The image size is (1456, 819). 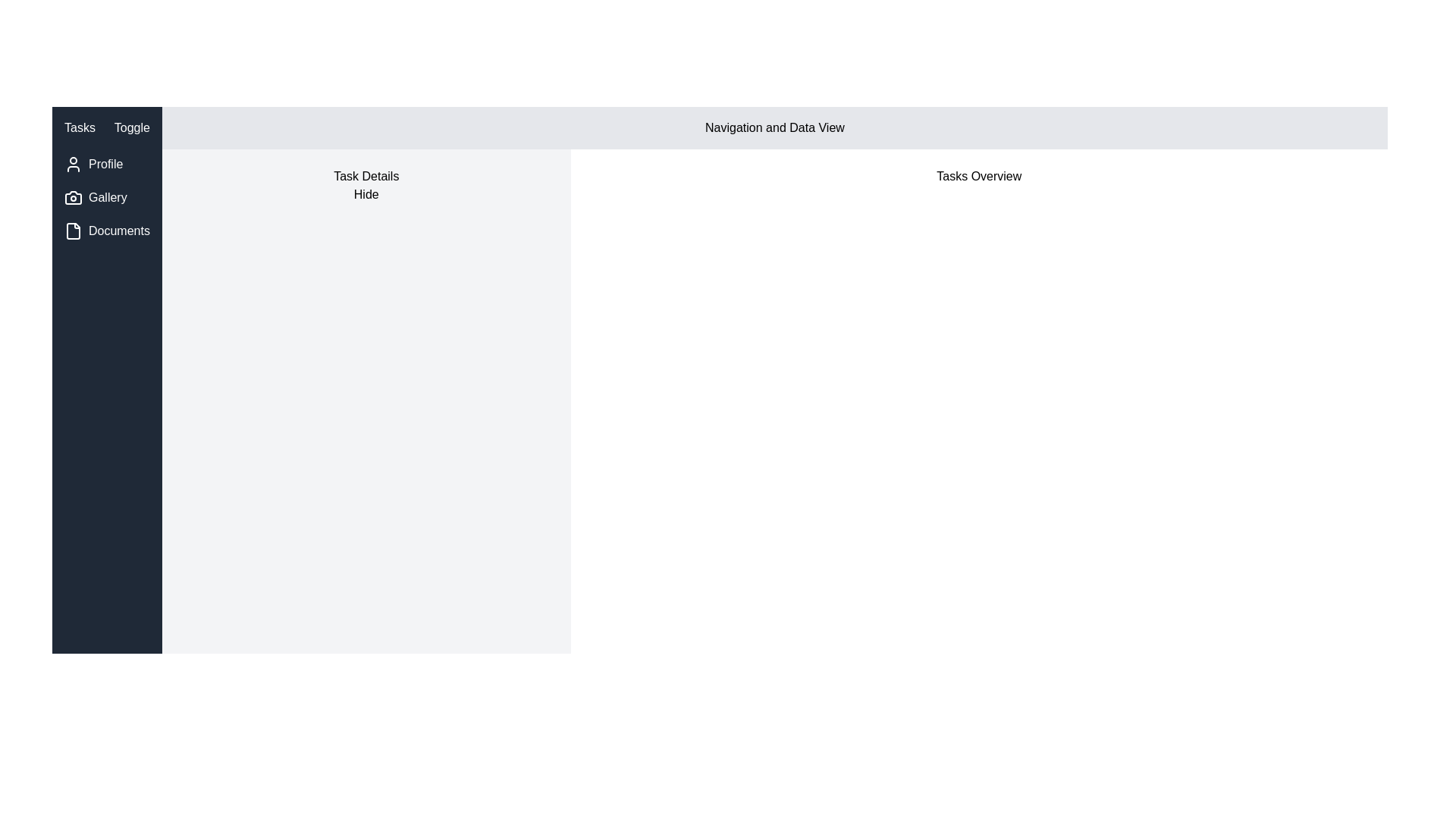 What do you see at coordinates (366, 194) in the screenshot?
I see `the 'Hide' button located next to the 'Task Details' title in the top-left quadrant of the main content area for keyboard interactions` at bounding box center [366, 194].